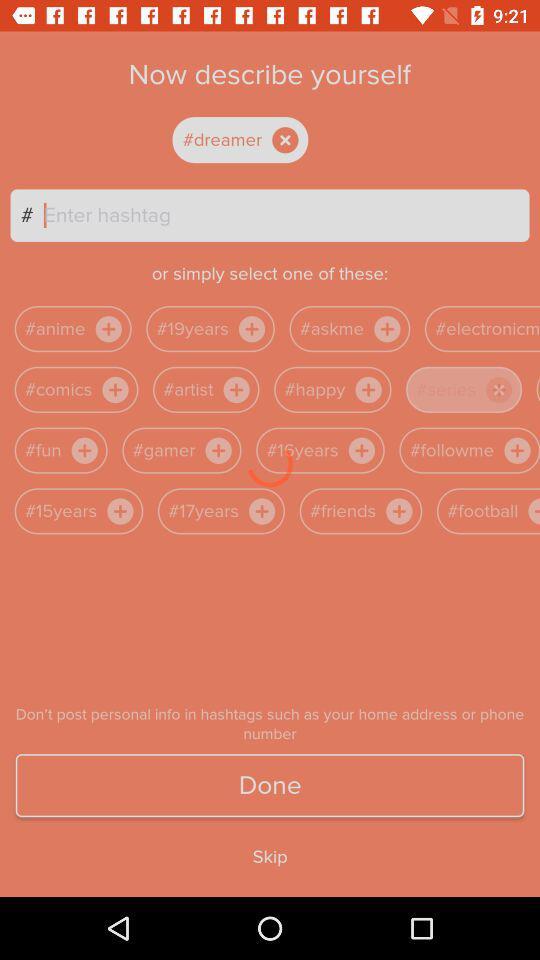 The height and width of the screenshot is (960, 540). Describe the element at coordinates (257, 139) in the screenshot. I see `already selected hashtag` at that location.